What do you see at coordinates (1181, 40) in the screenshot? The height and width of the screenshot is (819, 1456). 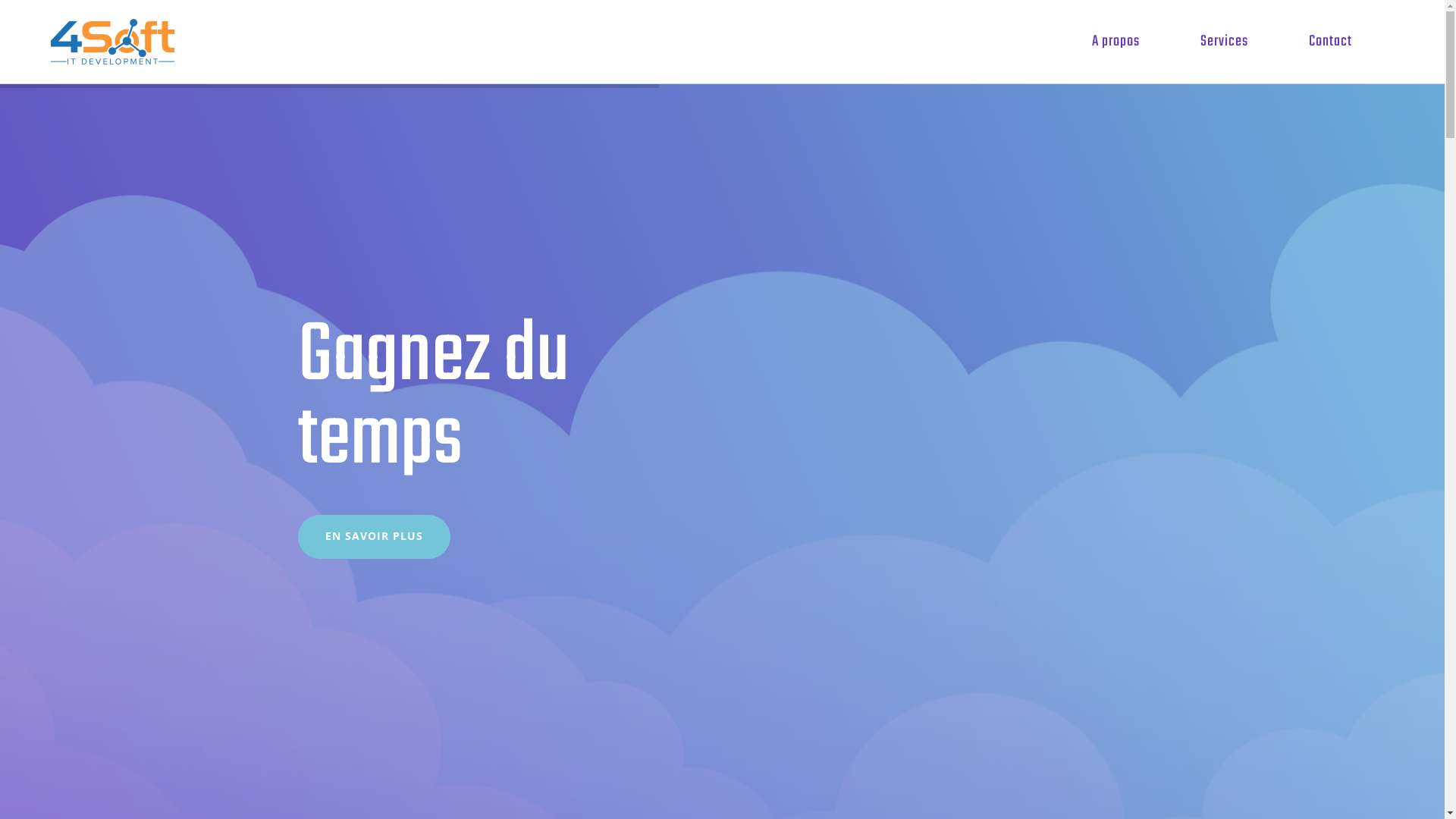 I see `'Services'` at bounding box center [1181, 40].